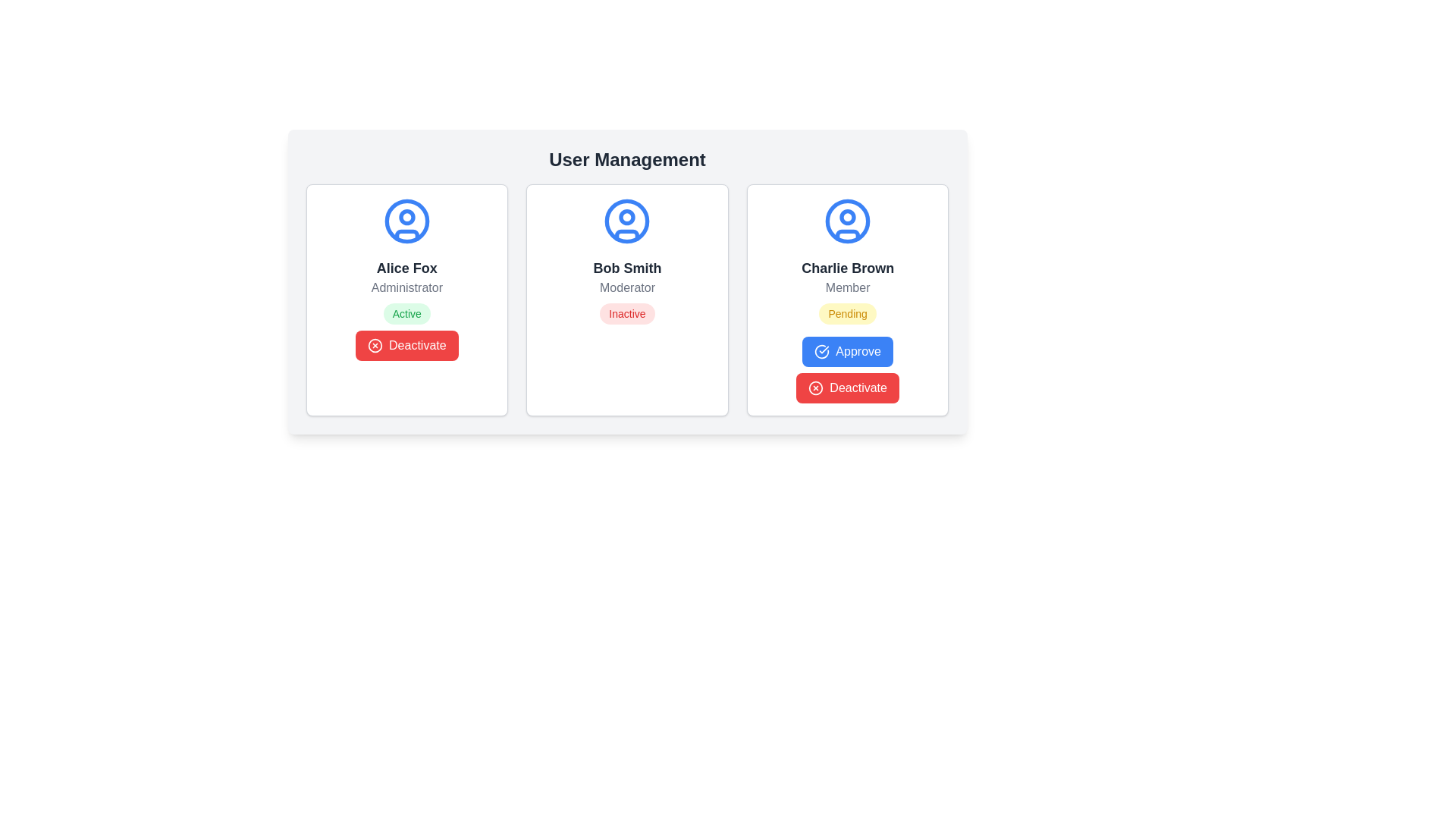 The width and height of the screenshot is (1456, 819). Describe the element at coordinates (627, 221) in the screenshot. I see `the user icon at the top center of the card labeled 'Bob Smith Moderator Inactive', which features a blue circular outline with a smaller circle and a semi-circular shape` at that location.